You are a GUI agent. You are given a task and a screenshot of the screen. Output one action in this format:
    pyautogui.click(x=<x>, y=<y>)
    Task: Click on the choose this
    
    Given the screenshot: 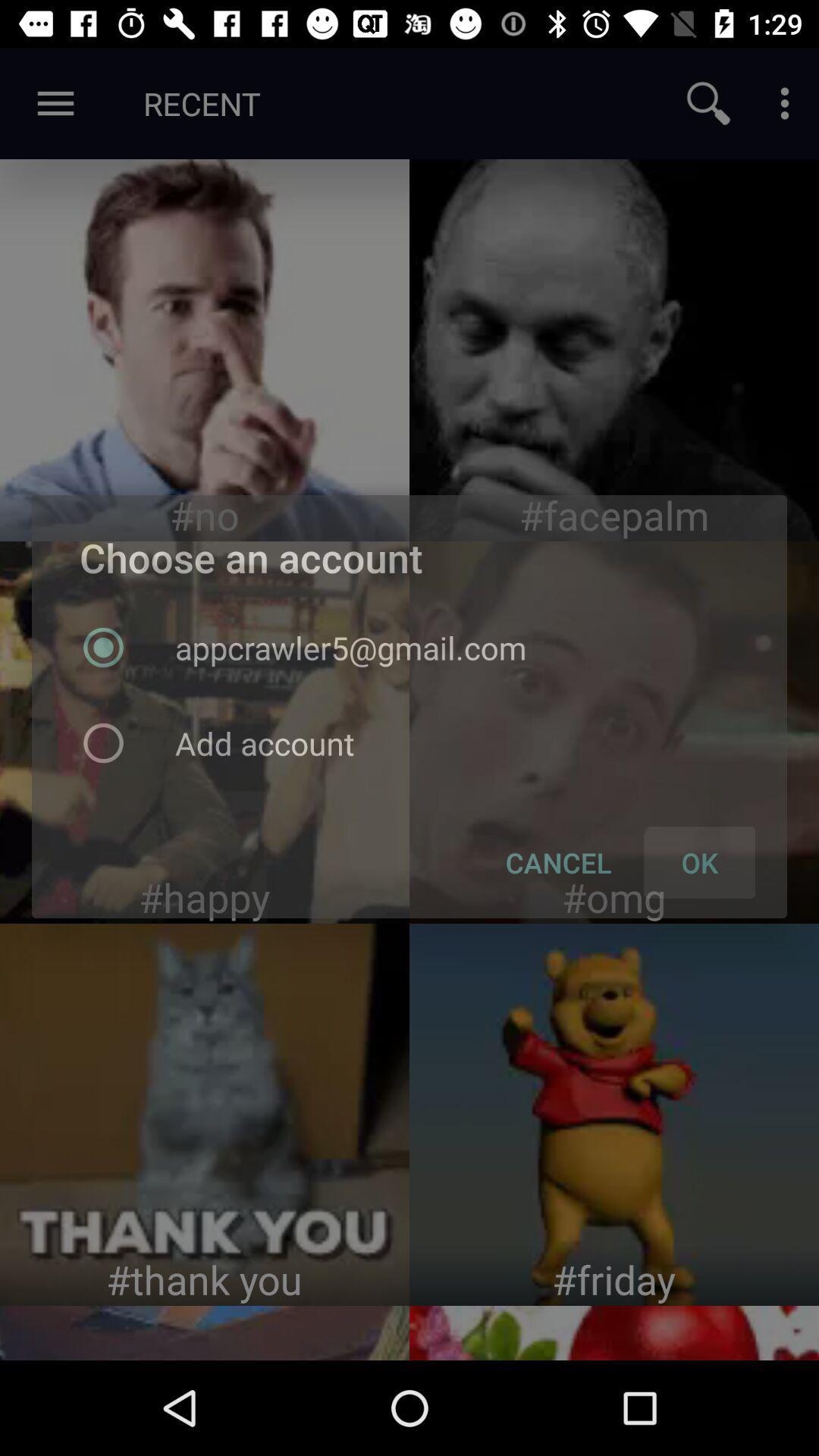 What is the action you would take?
    pyautogui.click(x=205, y=1114)
    